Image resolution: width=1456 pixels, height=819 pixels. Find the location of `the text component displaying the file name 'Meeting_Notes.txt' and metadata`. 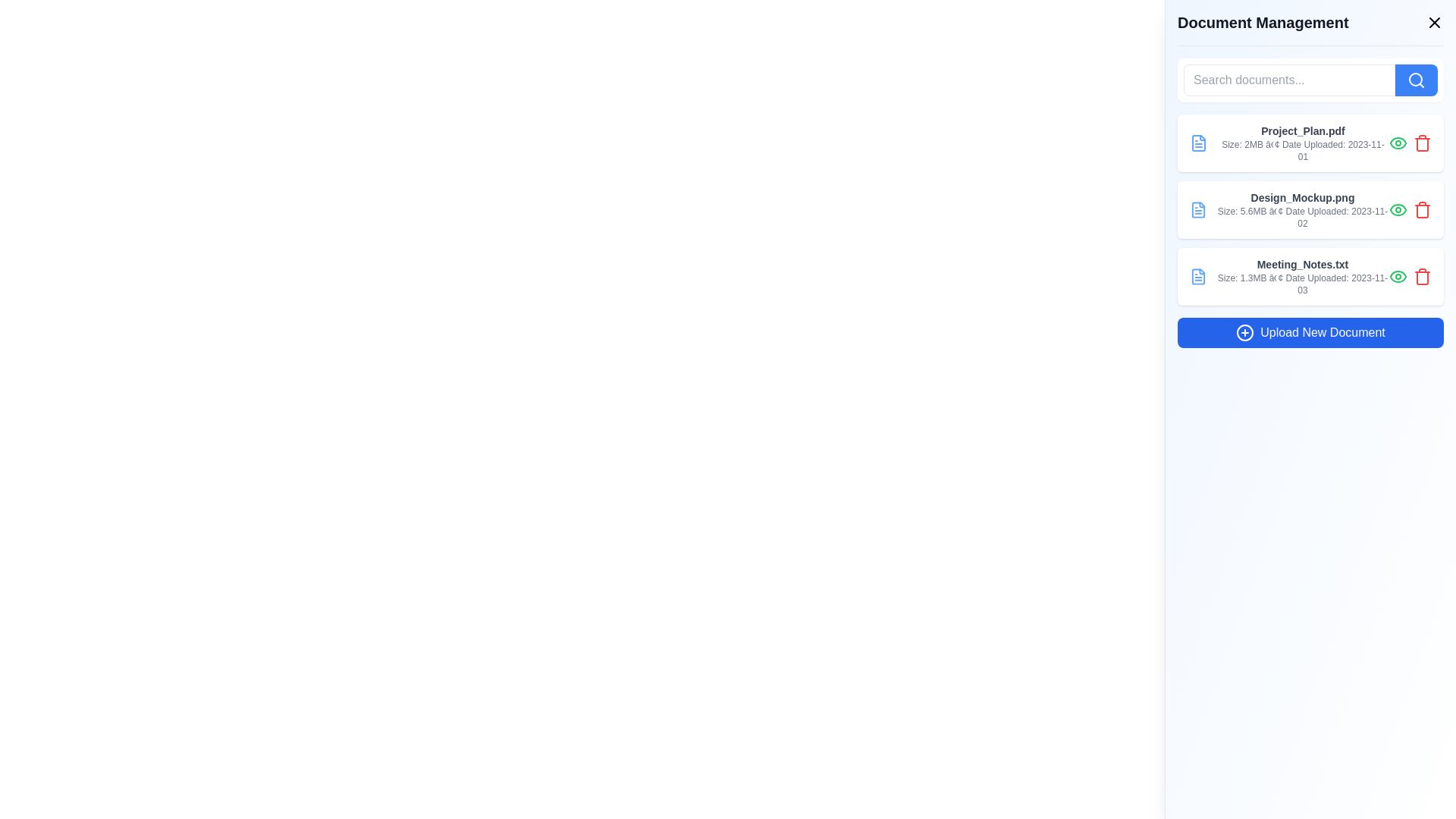

the text component displaying the file name 'Meeting_Notes.txt' and metadata is located at coordinates (1302, 277).